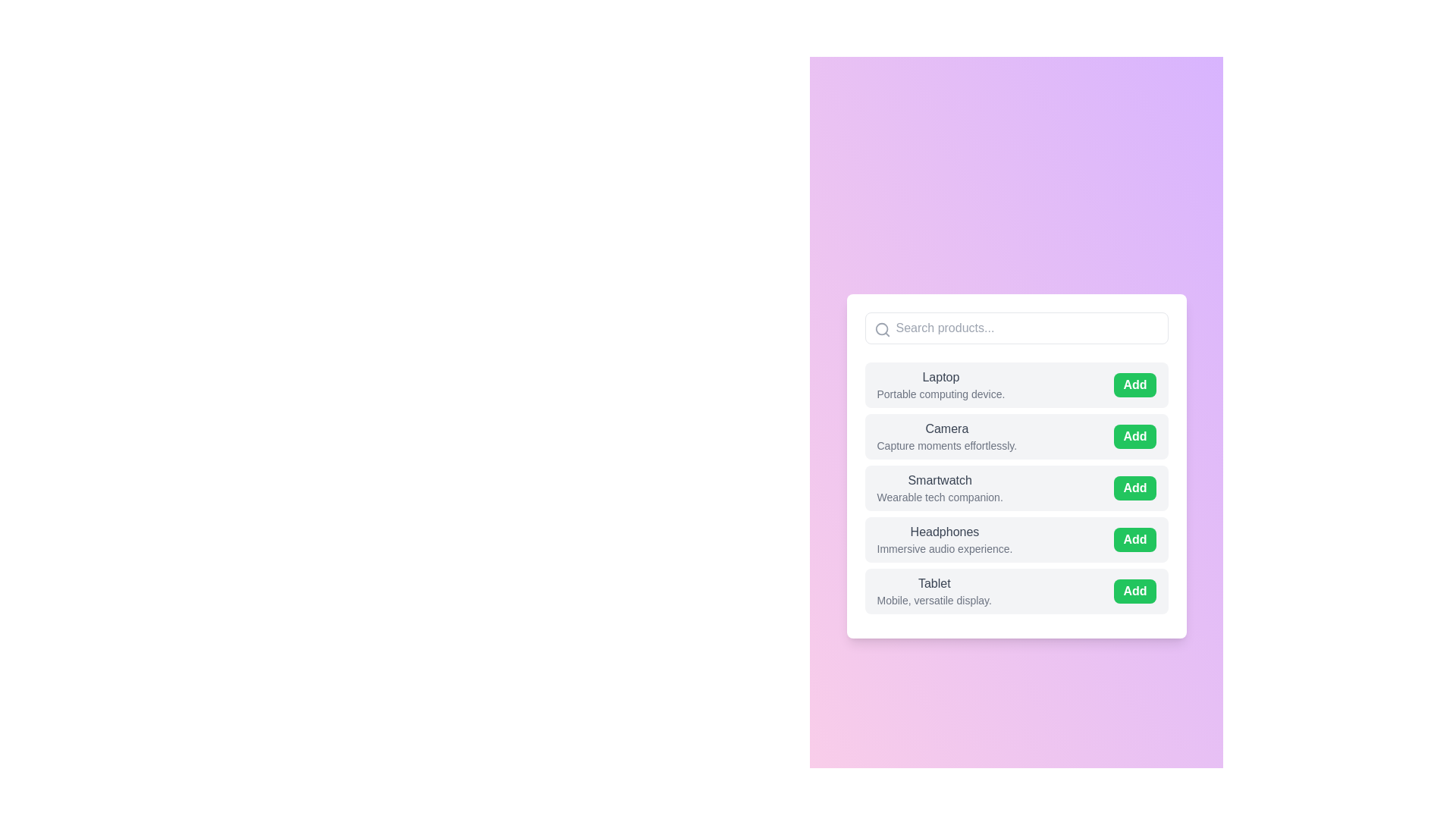 The height and width of the screenshot is (819, 1456). What do you see at coordinates (944, 539) in the screenshot?
I see `the text display element containing the title 'Headphones' and subtitle 'Immersive audio experience.', which is the fourth item in a vertical list of product descriptions` at bounding box center [944, 539].